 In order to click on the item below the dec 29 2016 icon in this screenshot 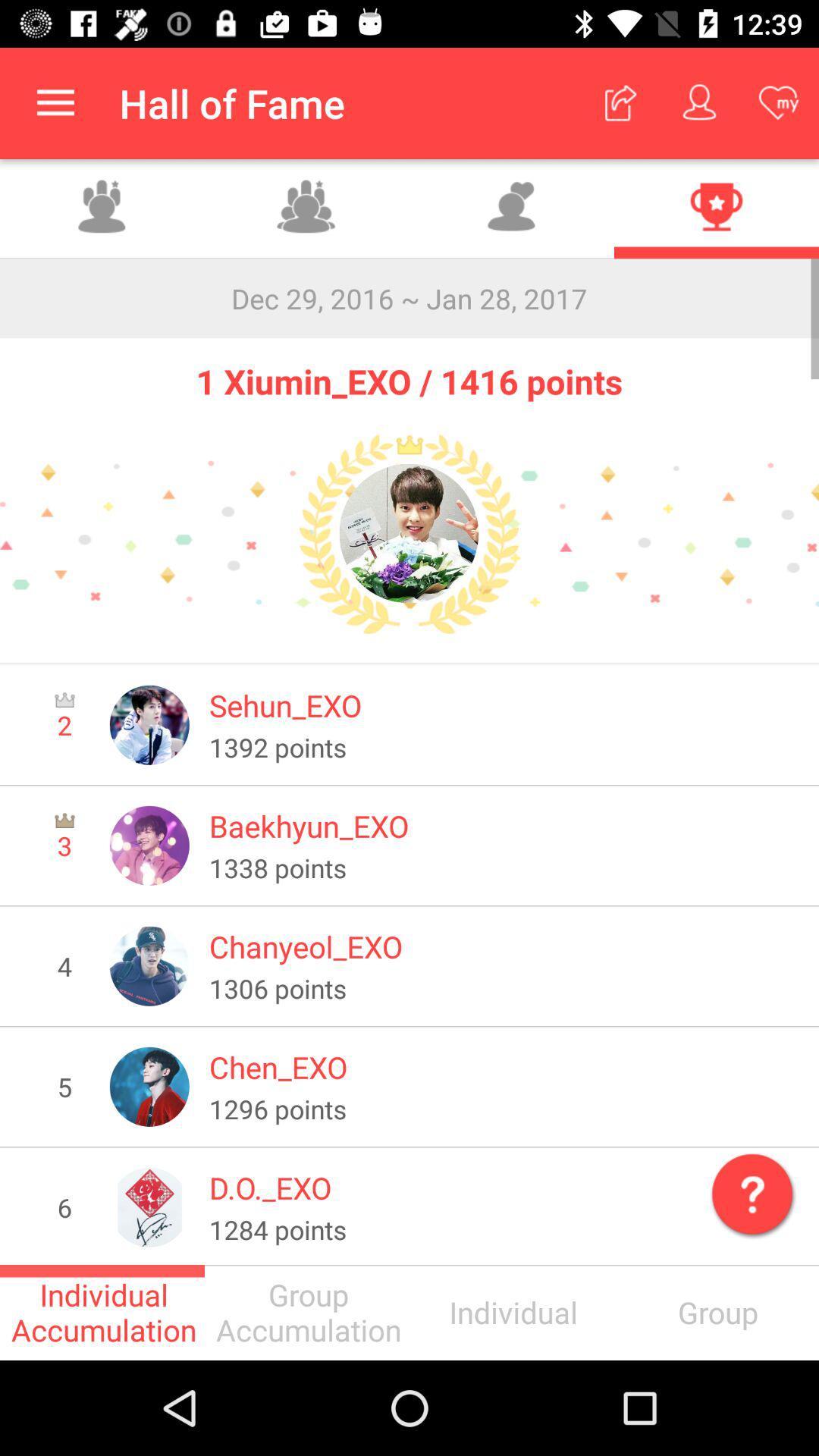, I will do `click(409, 371)`.